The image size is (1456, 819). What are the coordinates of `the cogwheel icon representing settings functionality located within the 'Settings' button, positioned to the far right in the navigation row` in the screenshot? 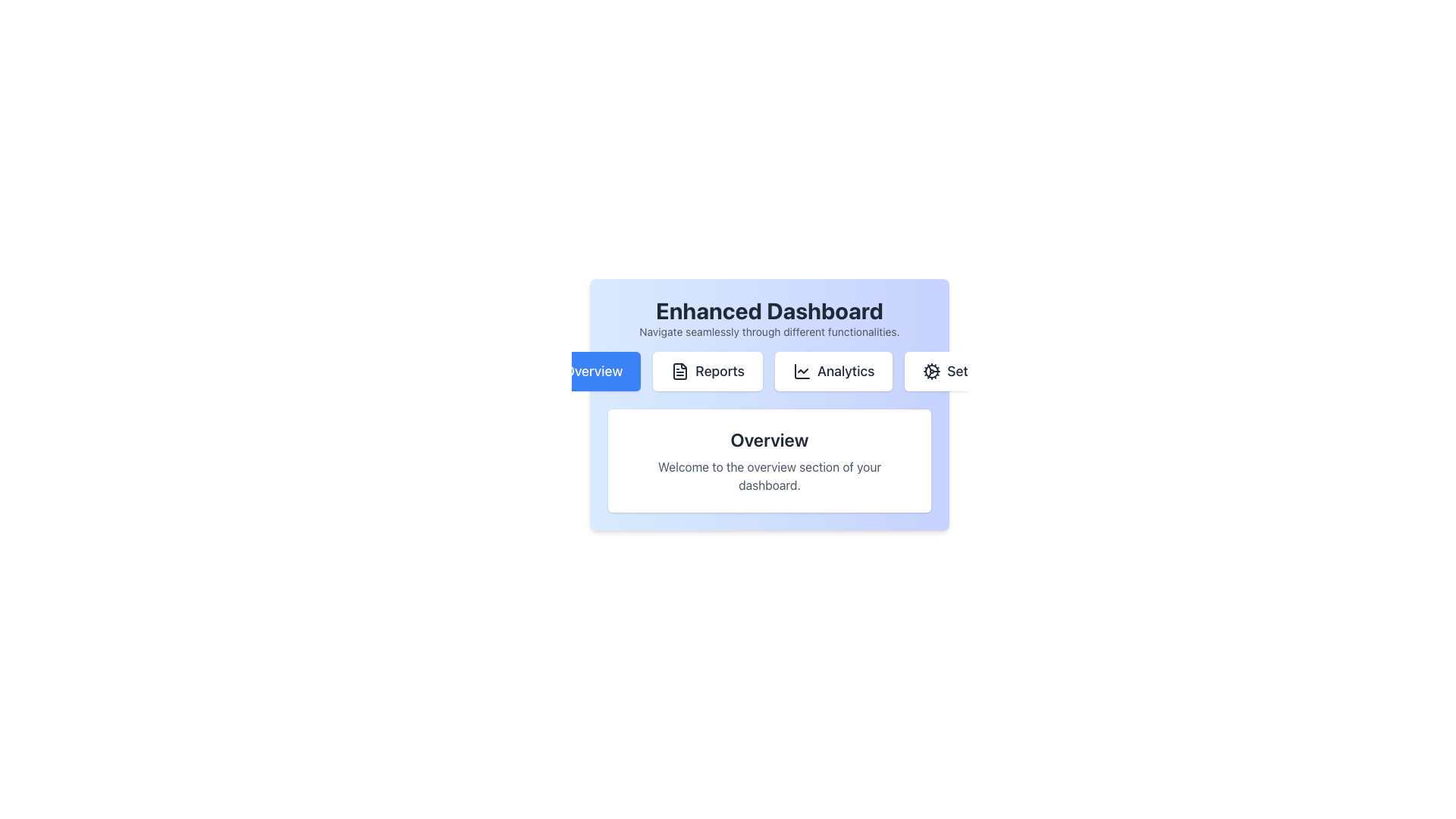 It's located at (931, 371).